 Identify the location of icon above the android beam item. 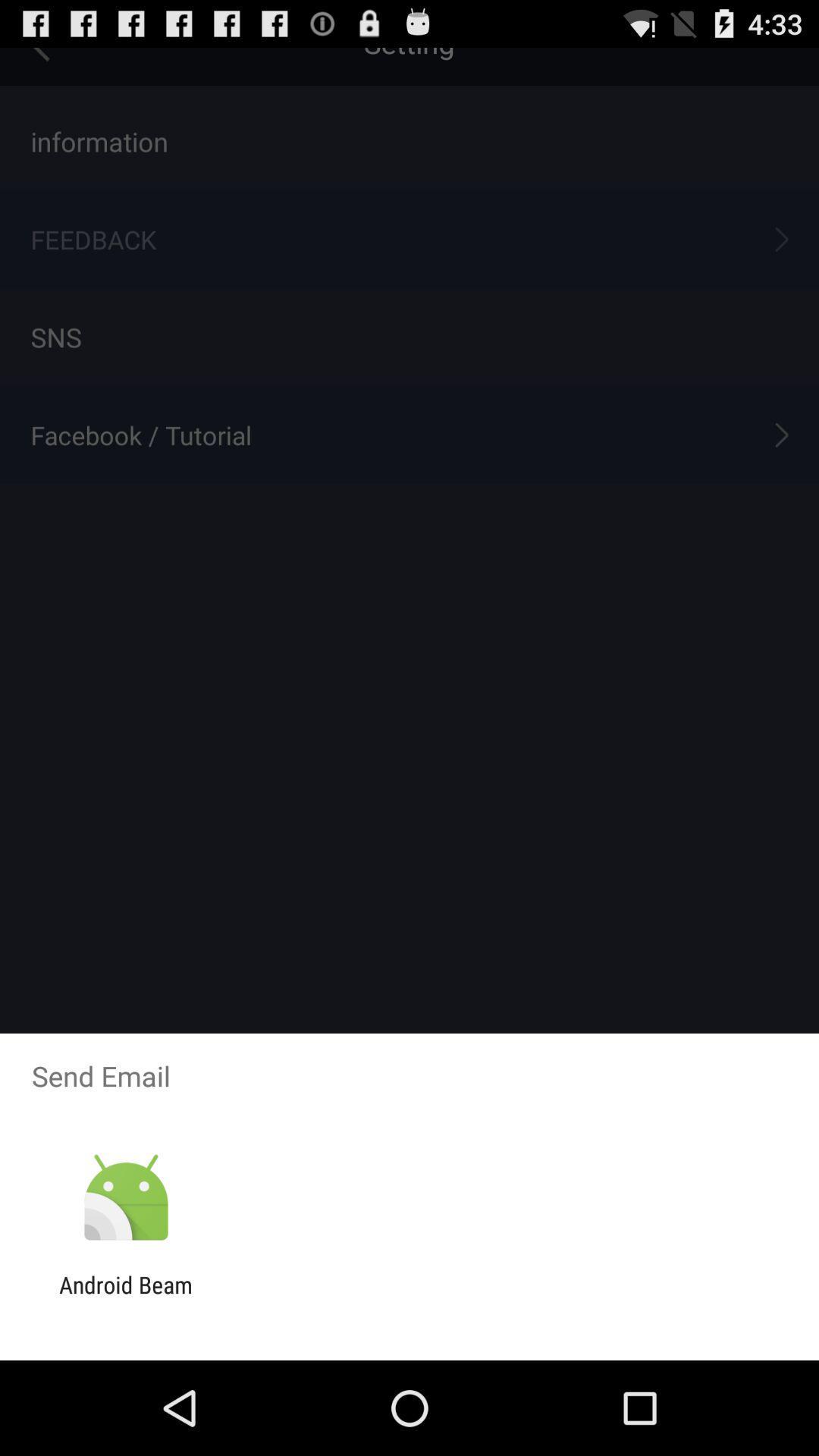
(125, 1197).